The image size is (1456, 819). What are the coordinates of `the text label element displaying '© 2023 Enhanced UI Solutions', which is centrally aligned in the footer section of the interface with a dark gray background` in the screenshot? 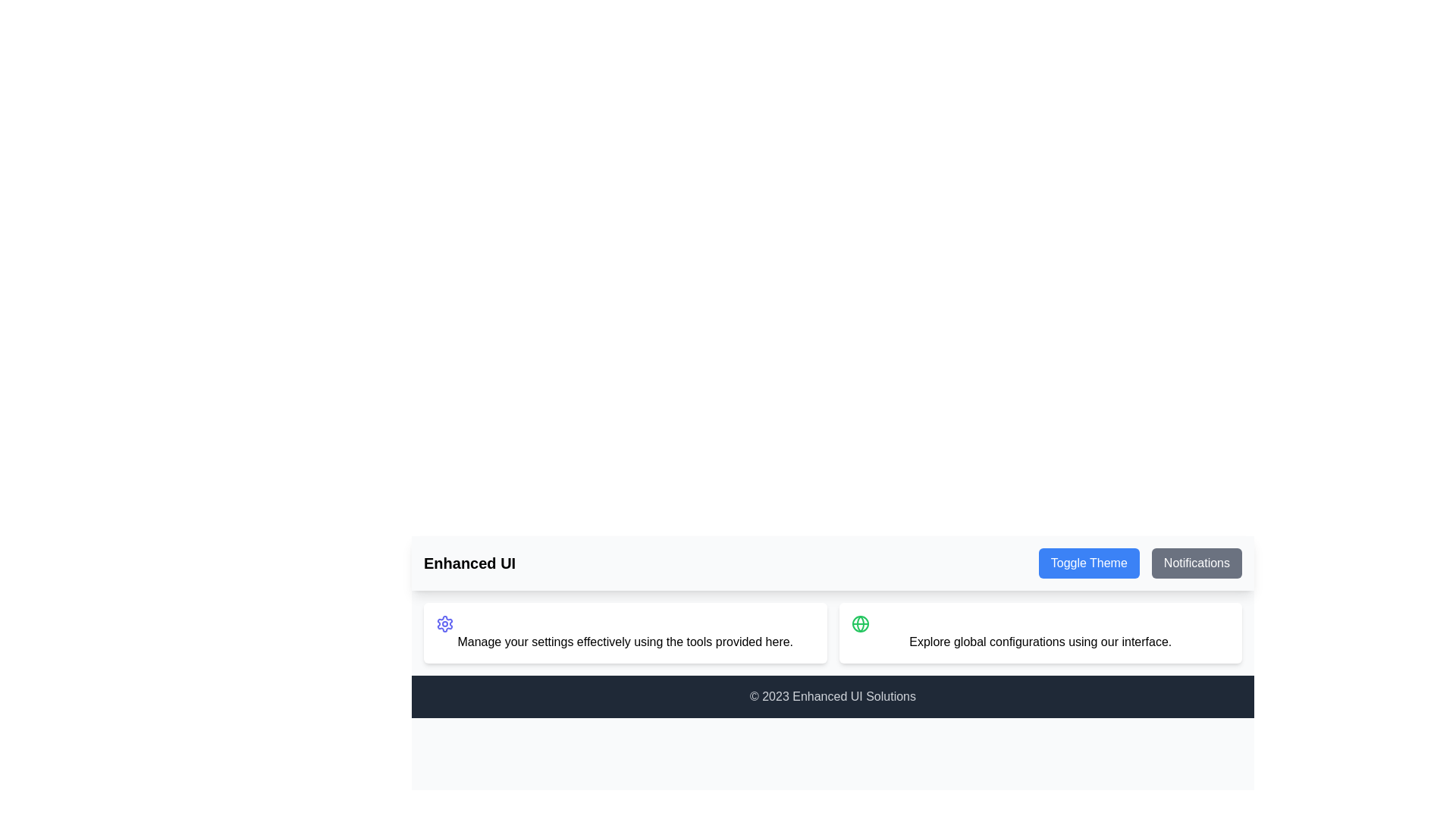 It's located at (832, 696).